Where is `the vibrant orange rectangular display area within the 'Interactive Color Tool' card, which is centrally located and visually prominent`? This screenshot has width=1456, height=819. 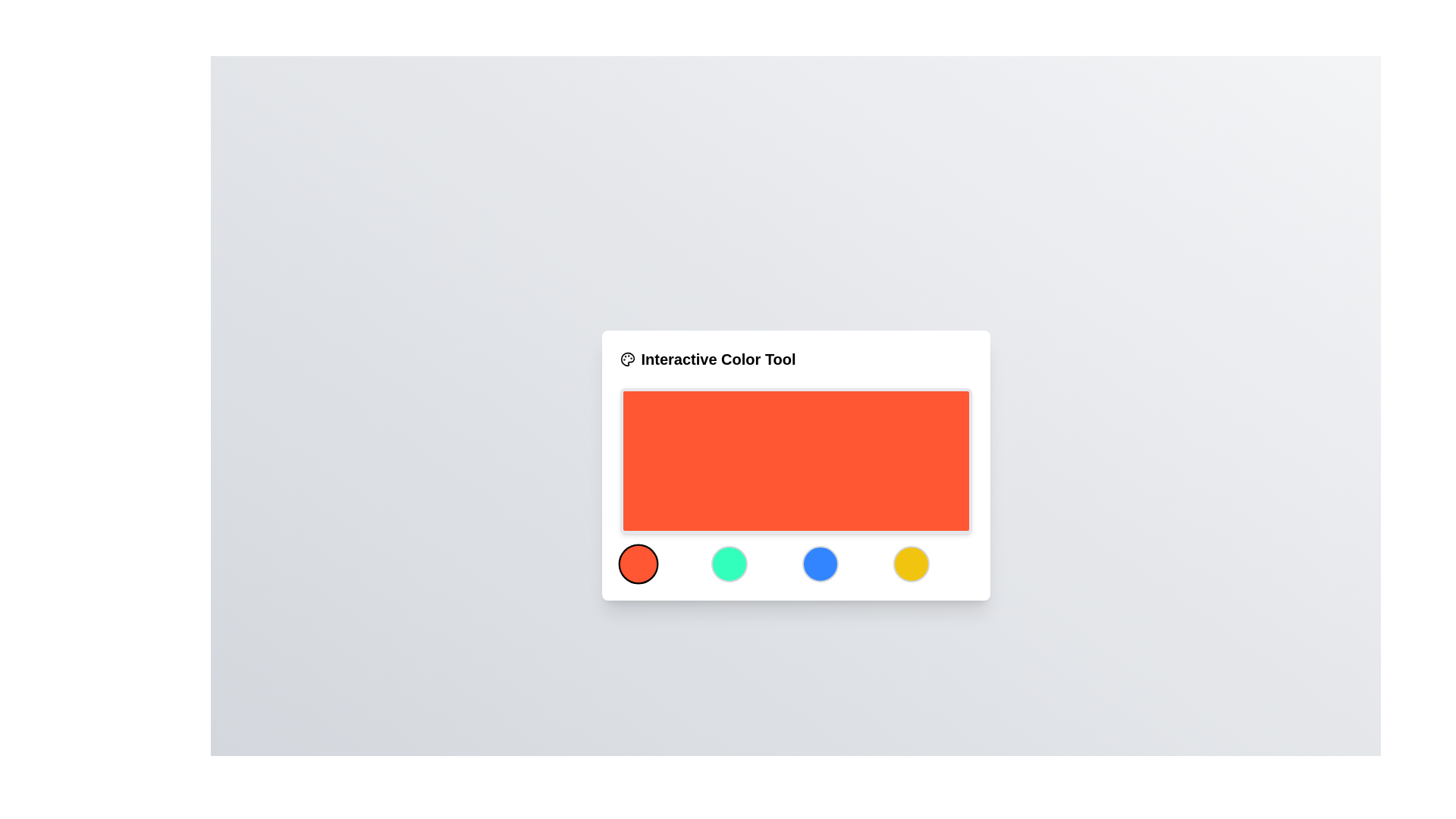 the vibrant orange rectangular display area within the 'Interactive Color Tool' card, which is centrally located and visually prominent is located at coordinates (795, 460).